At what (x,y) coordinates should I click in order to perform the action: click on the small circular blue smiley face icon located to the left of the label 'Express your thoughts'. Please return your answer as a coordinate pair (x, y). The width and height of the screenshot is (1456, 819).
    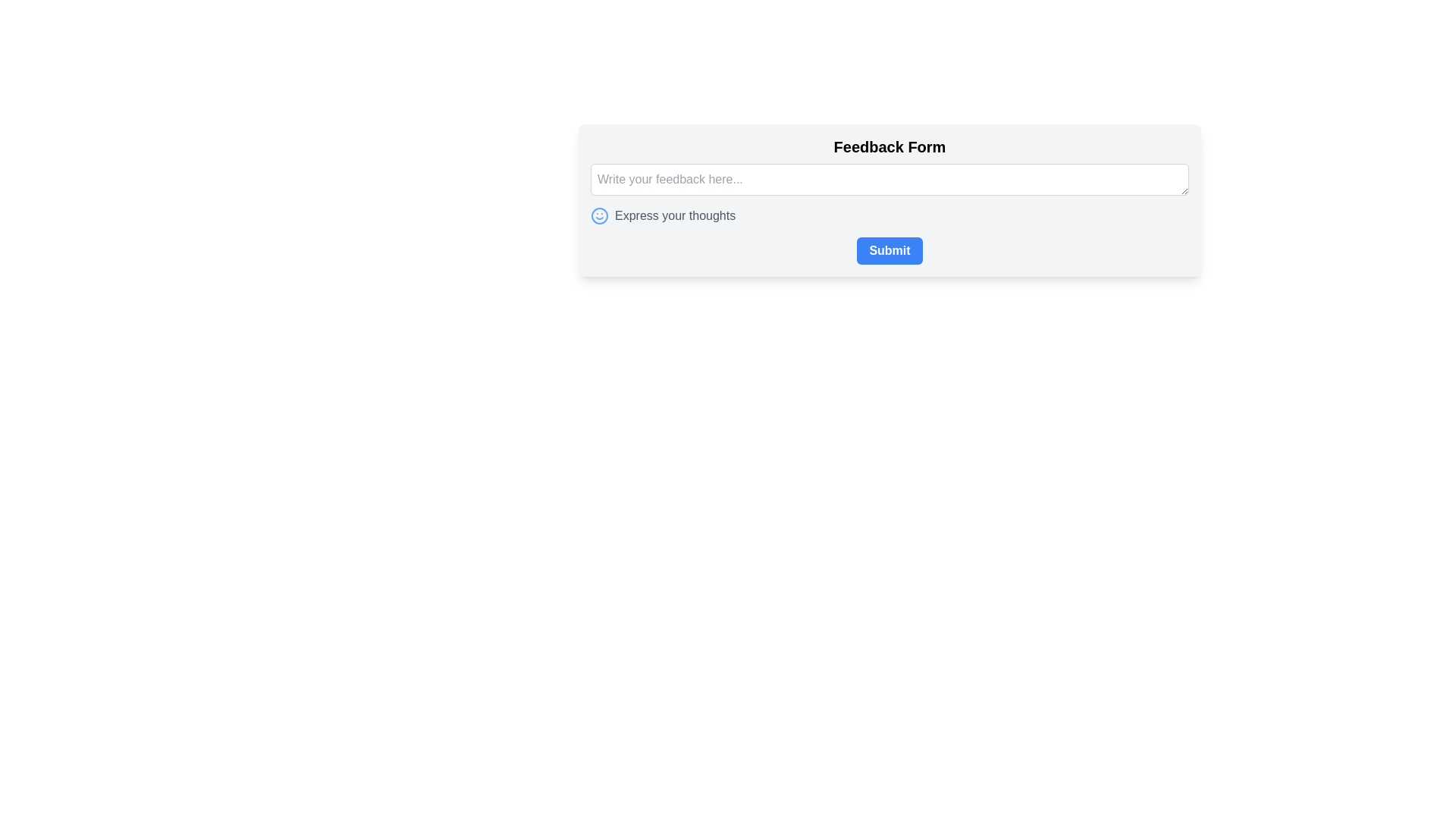
    Looking at the image, I should click on (599, 216).